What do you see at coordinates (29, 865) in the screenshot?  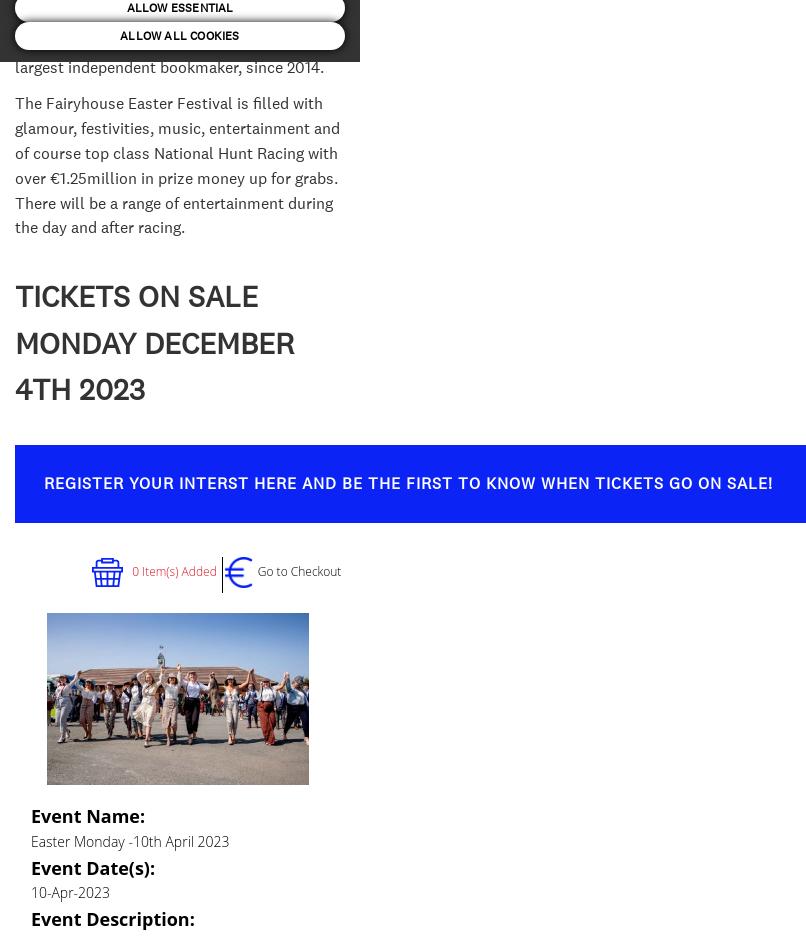 I see `'Event Date(s):'` at bounding box center [29, 865].